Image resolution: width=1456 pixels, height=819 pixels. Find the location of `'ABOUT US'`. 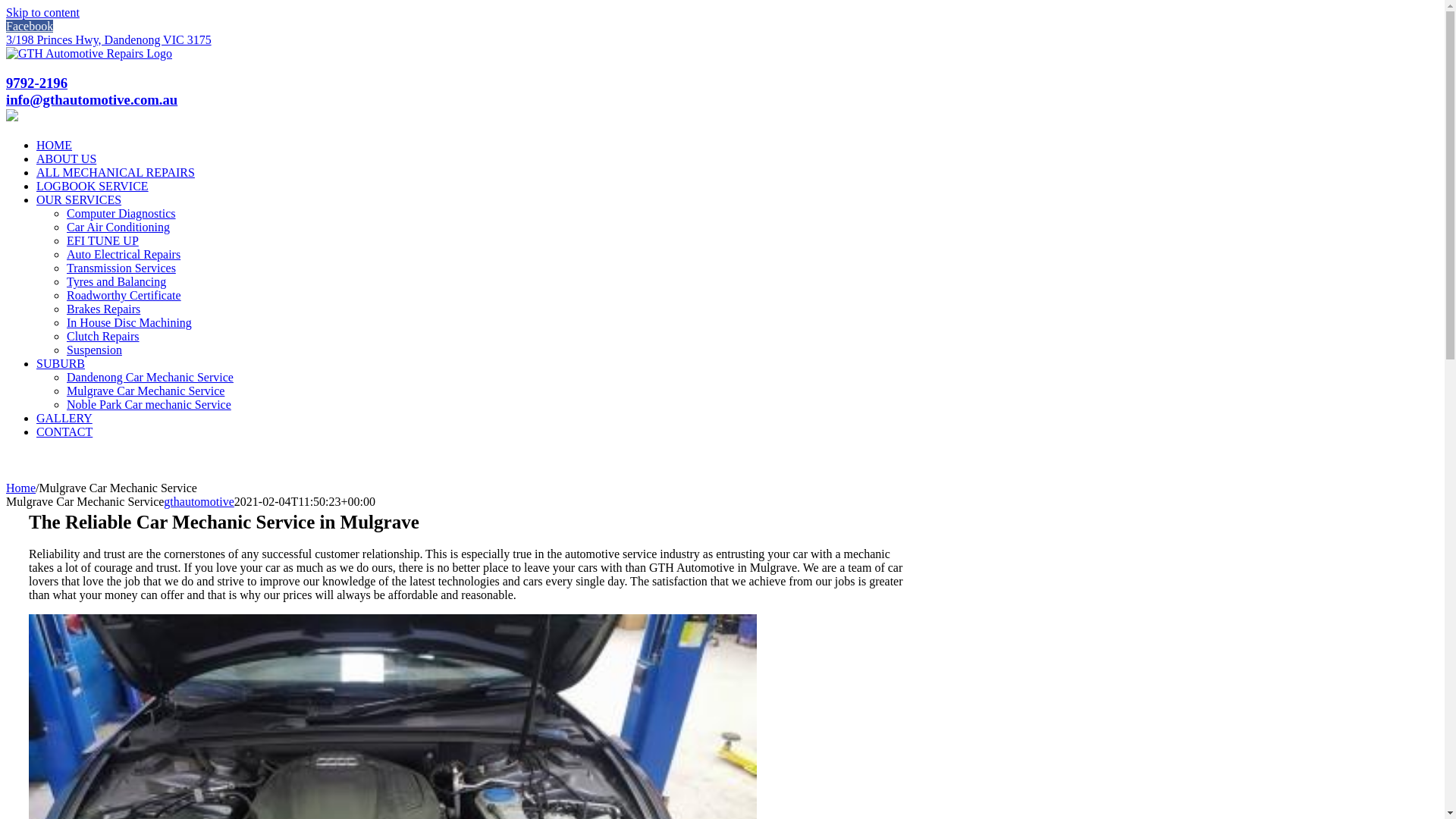

'ABOUT US' is located at coordinates (36, 158).